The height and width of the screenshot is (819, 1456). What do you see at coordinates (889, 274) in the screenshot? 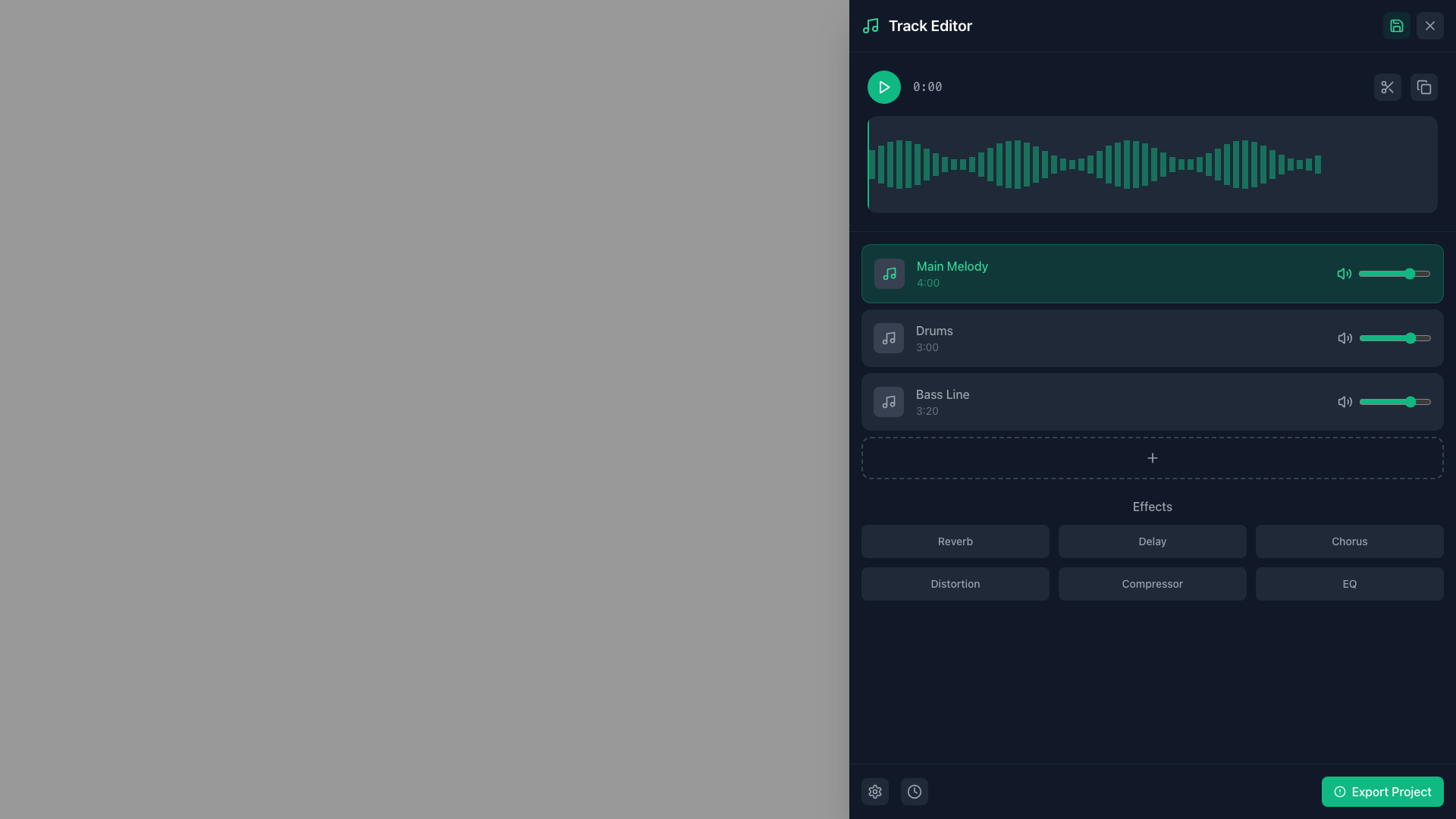
I see `the musical note icon with a light green stroke located in the upper-left corner of the 'Main Melody' track card` at bounding box center [889, 274].